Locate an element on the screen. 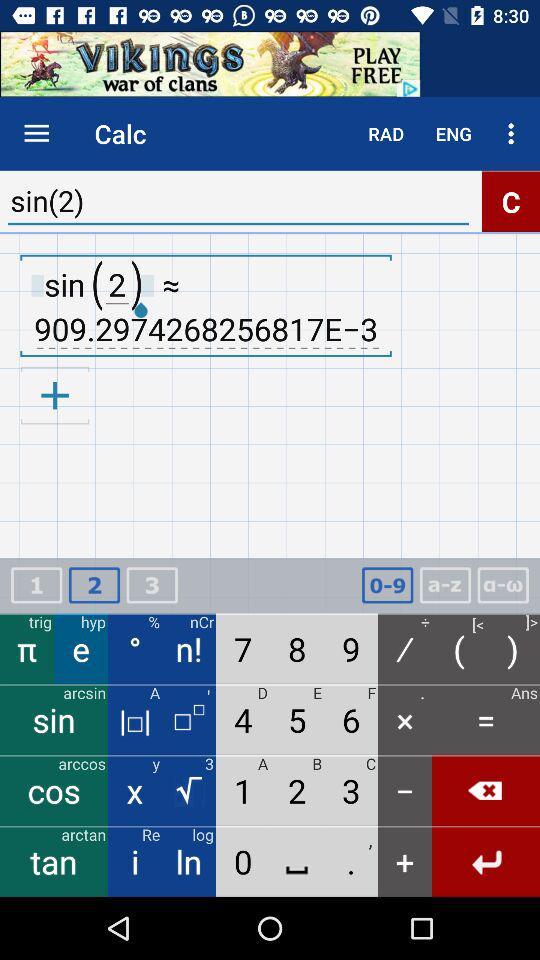 The image size is (540, 960). change keyboard is located at coordinates (445, 585).